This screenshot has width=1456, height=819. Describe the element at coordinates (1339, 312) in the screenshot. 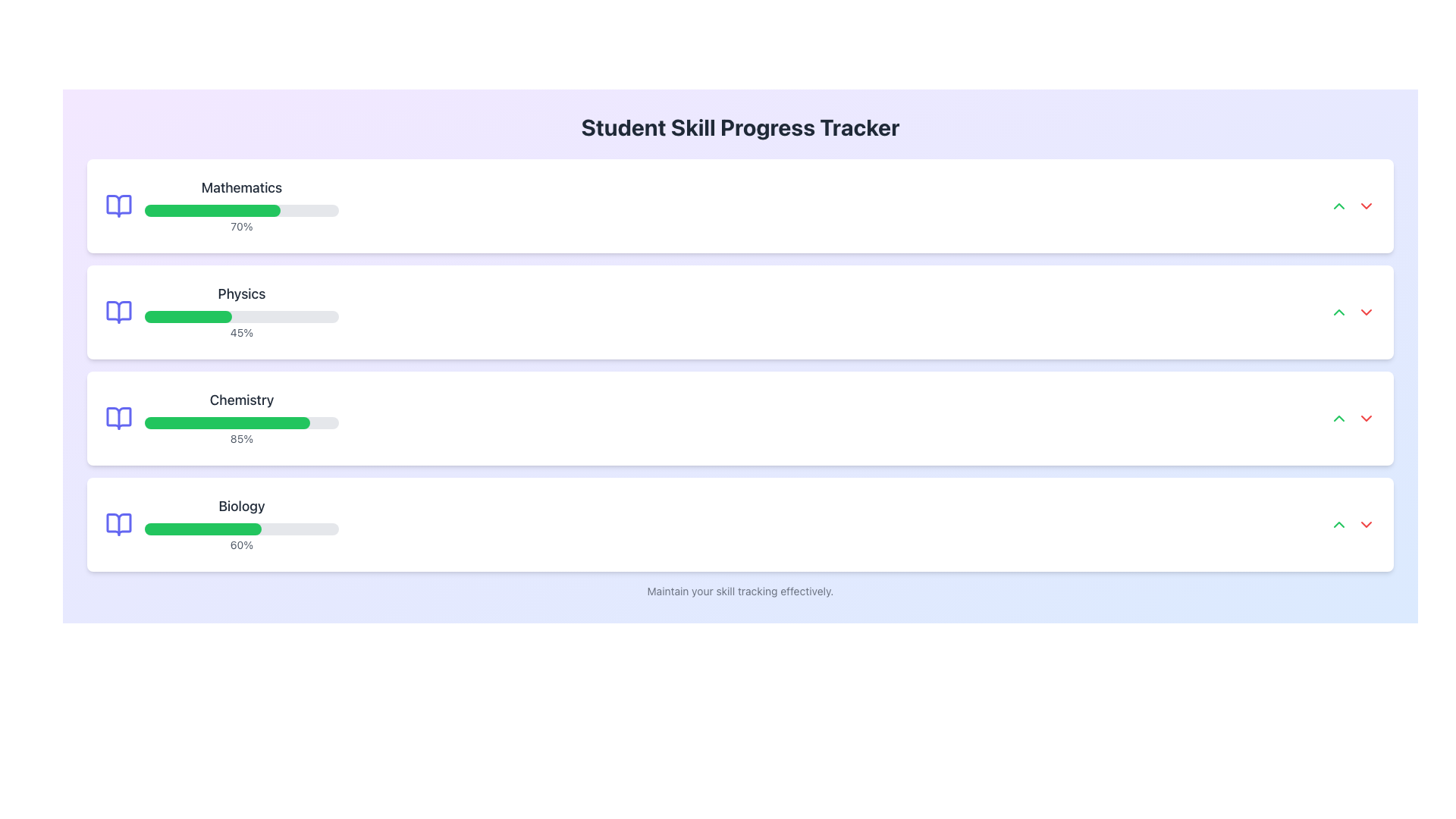

I see `the green upward-pointing chevron icon located to the right of the 'Physics' progress bar` at that location.